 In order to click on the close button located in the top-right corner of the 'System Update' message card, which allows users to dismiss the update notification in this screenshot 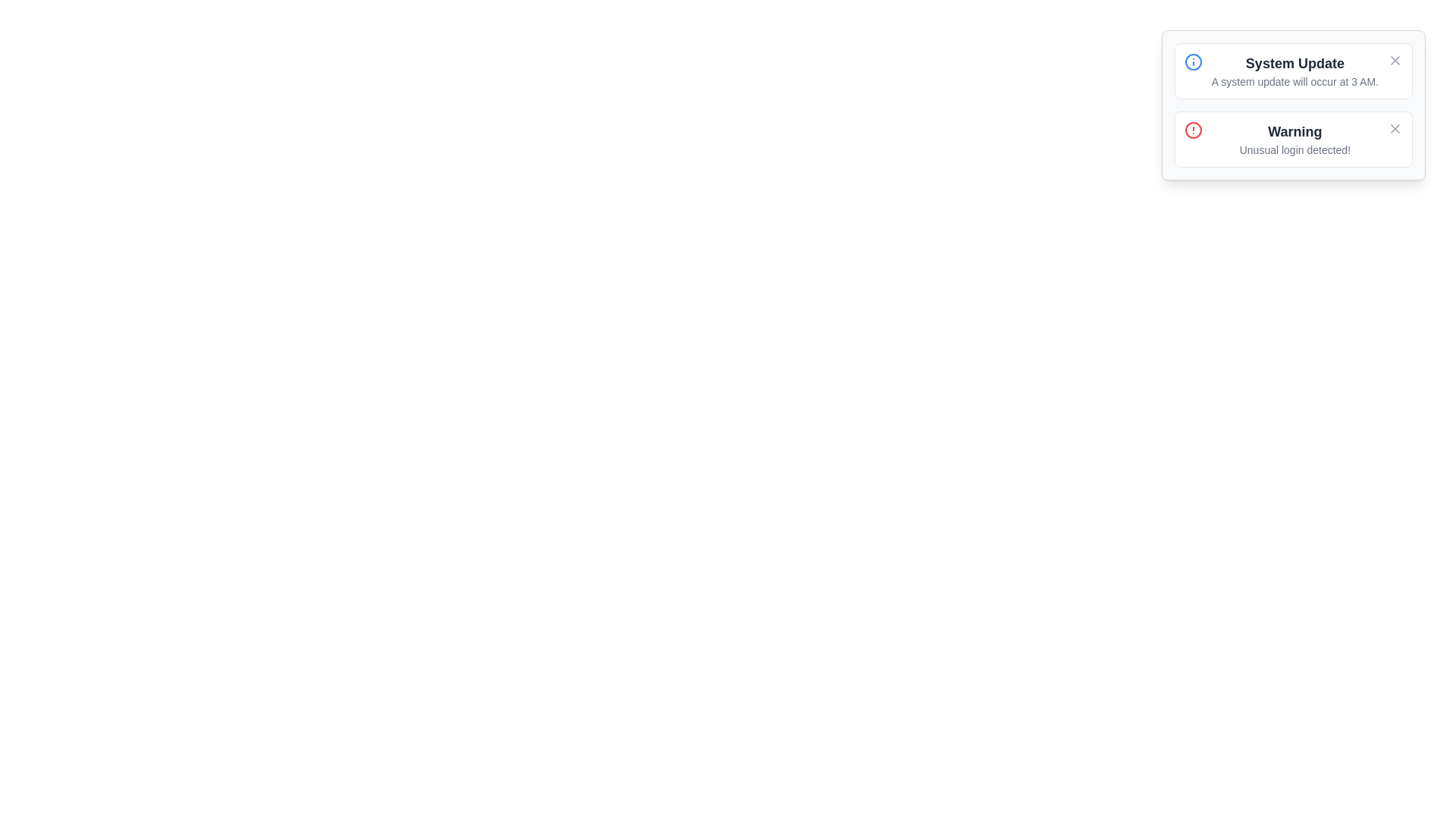, I will do `click(1395, 60)`.